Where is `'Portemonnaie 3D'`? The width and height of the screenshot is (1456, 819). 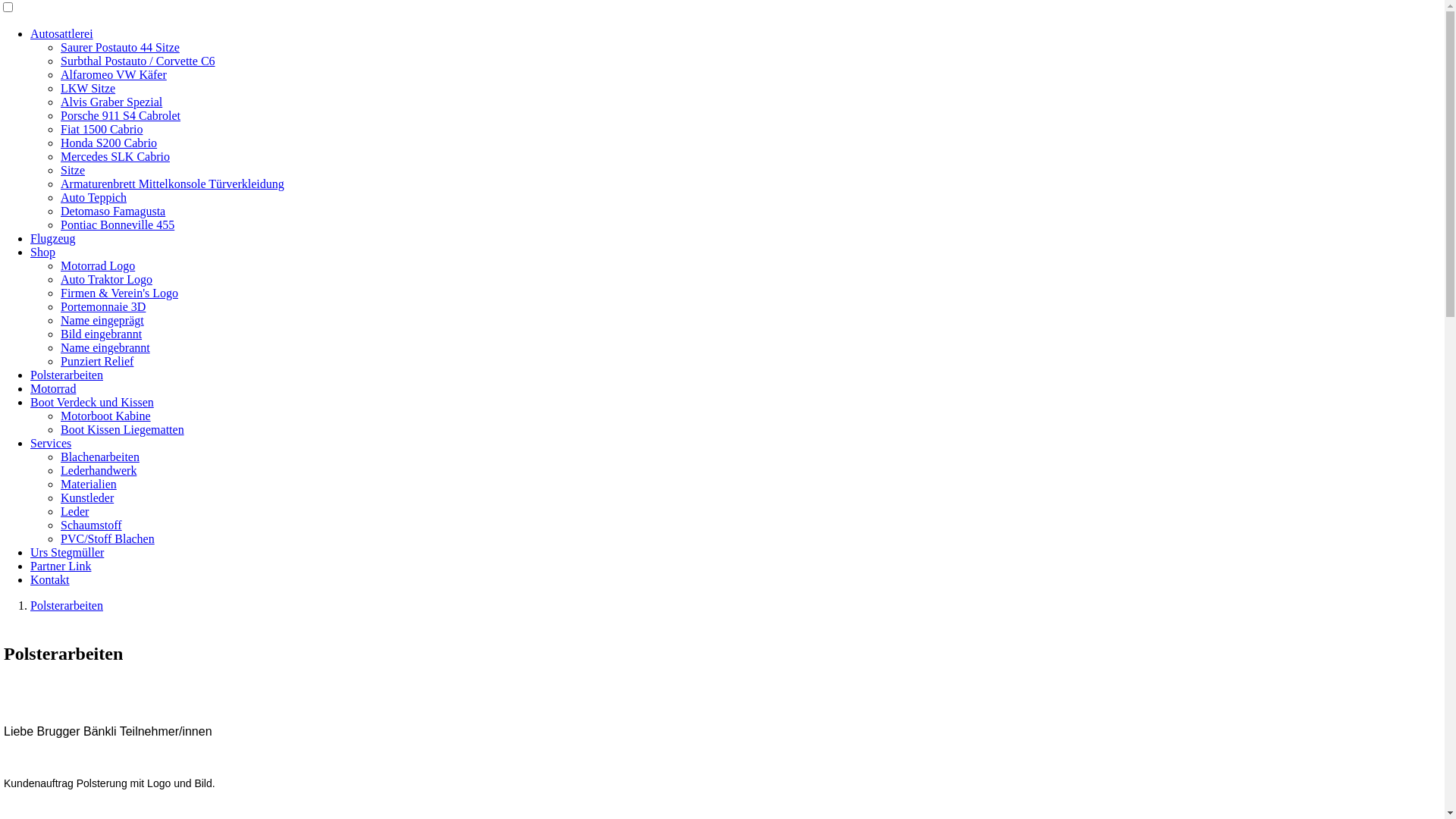 'Portemonnaie 3D' is located at coordinates (61, 306).